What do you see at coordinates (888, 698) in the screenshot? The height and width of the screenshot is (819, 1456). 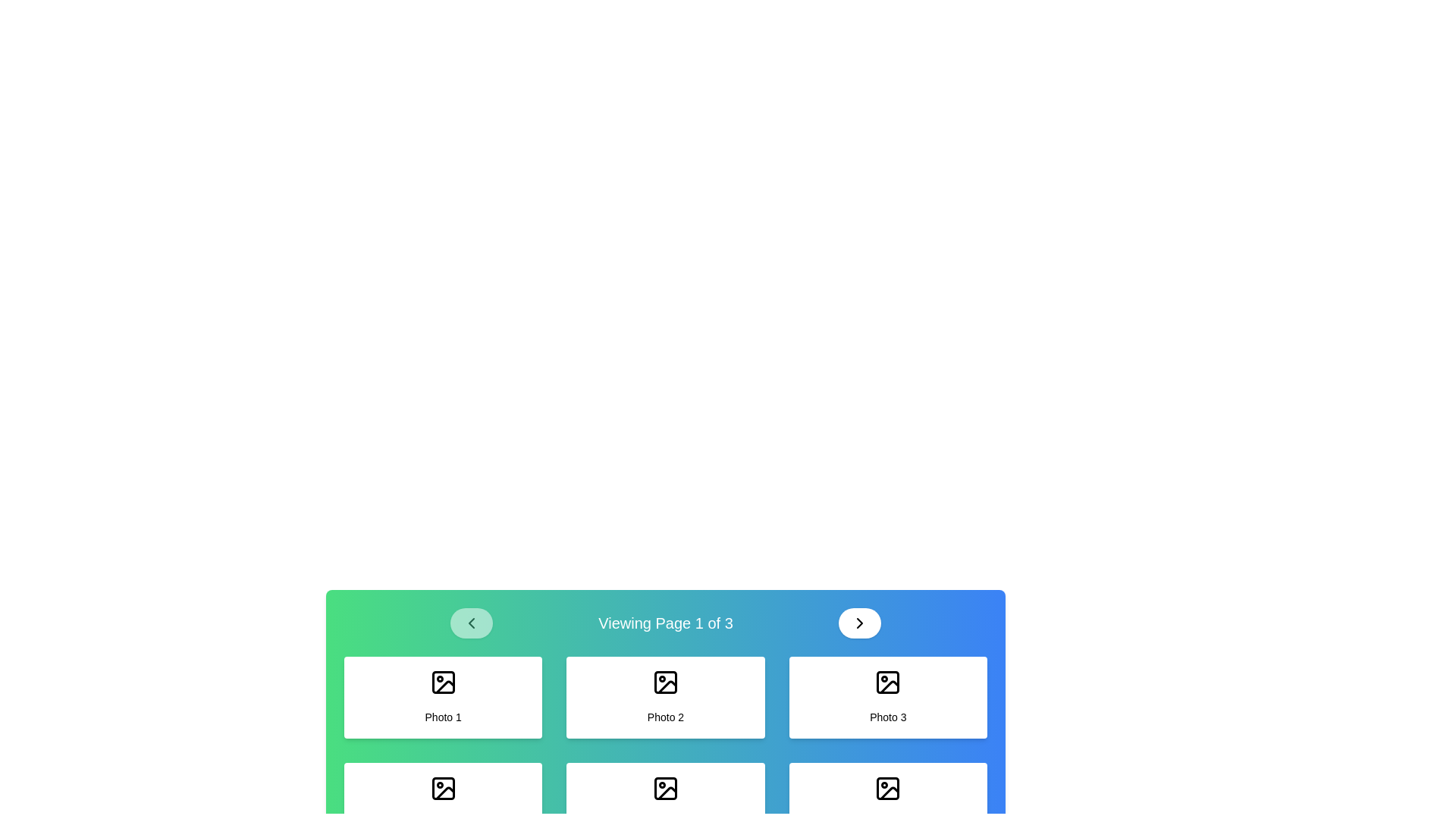 I see `the Image Placeholder Card, which is a rectangular card with a white background, shadow effect, and rounded corners, displaying the text 'Photo 3' centered below an icon, positioned as the third item in the grid layout of image cards` at bounding box center [888, 698].